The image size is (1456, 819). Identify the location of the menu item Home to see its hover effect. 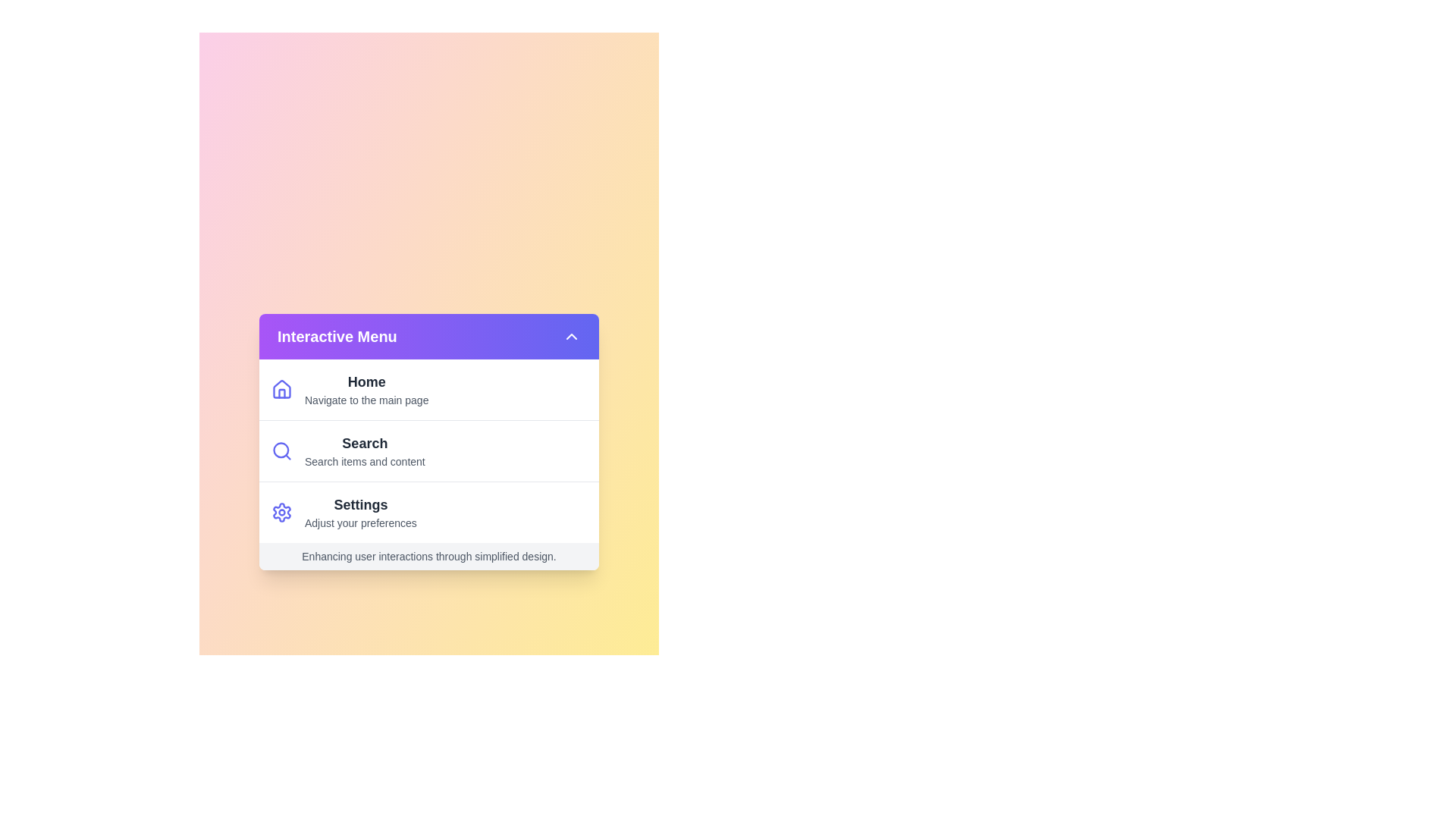
(428, 388).